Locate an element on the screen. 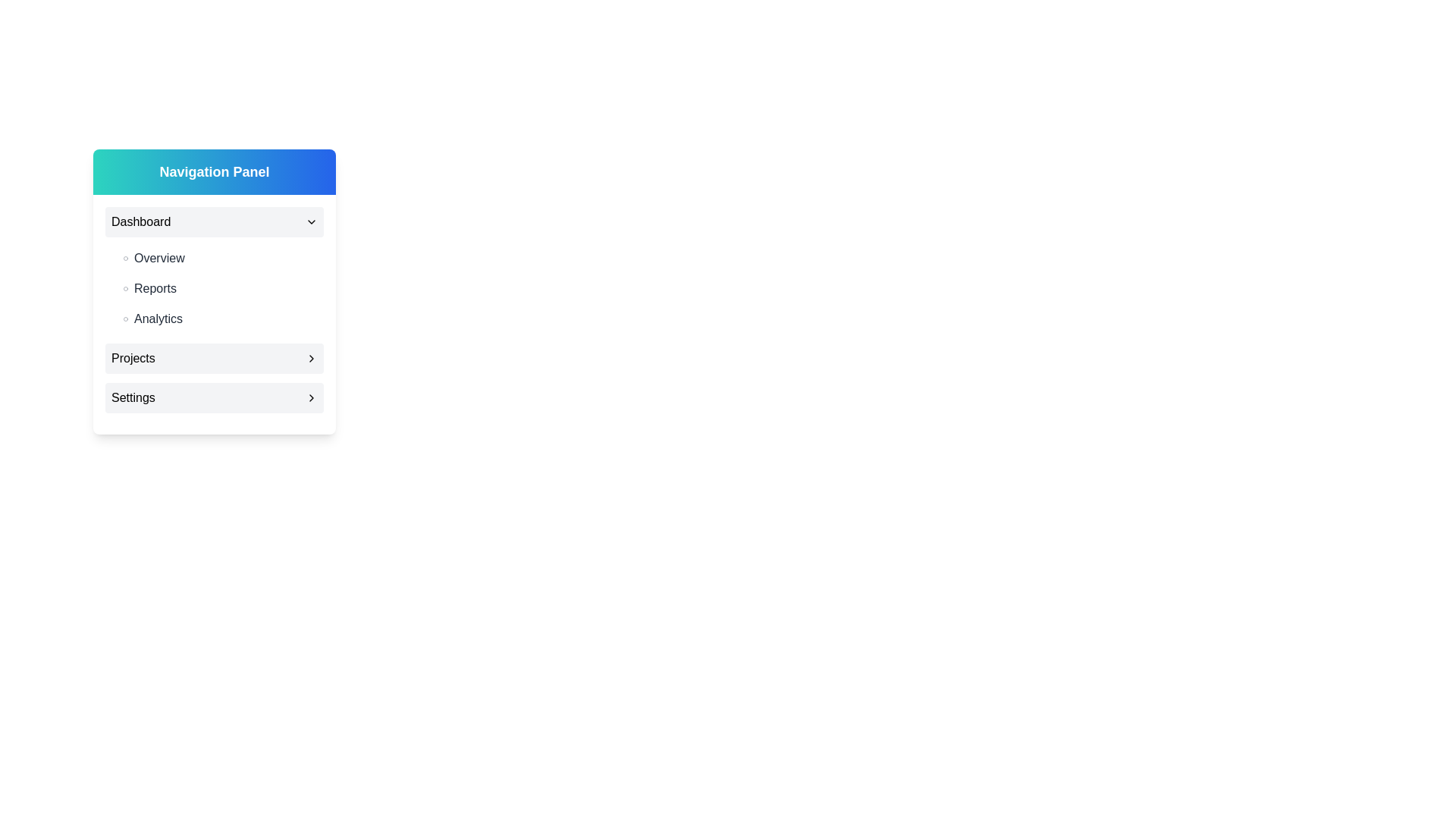 The image size is (1456, 819). the navigation button located at the bottom of the vertical navigation menu, directly under the 'Projects' button is located at coordinates (214, 397).